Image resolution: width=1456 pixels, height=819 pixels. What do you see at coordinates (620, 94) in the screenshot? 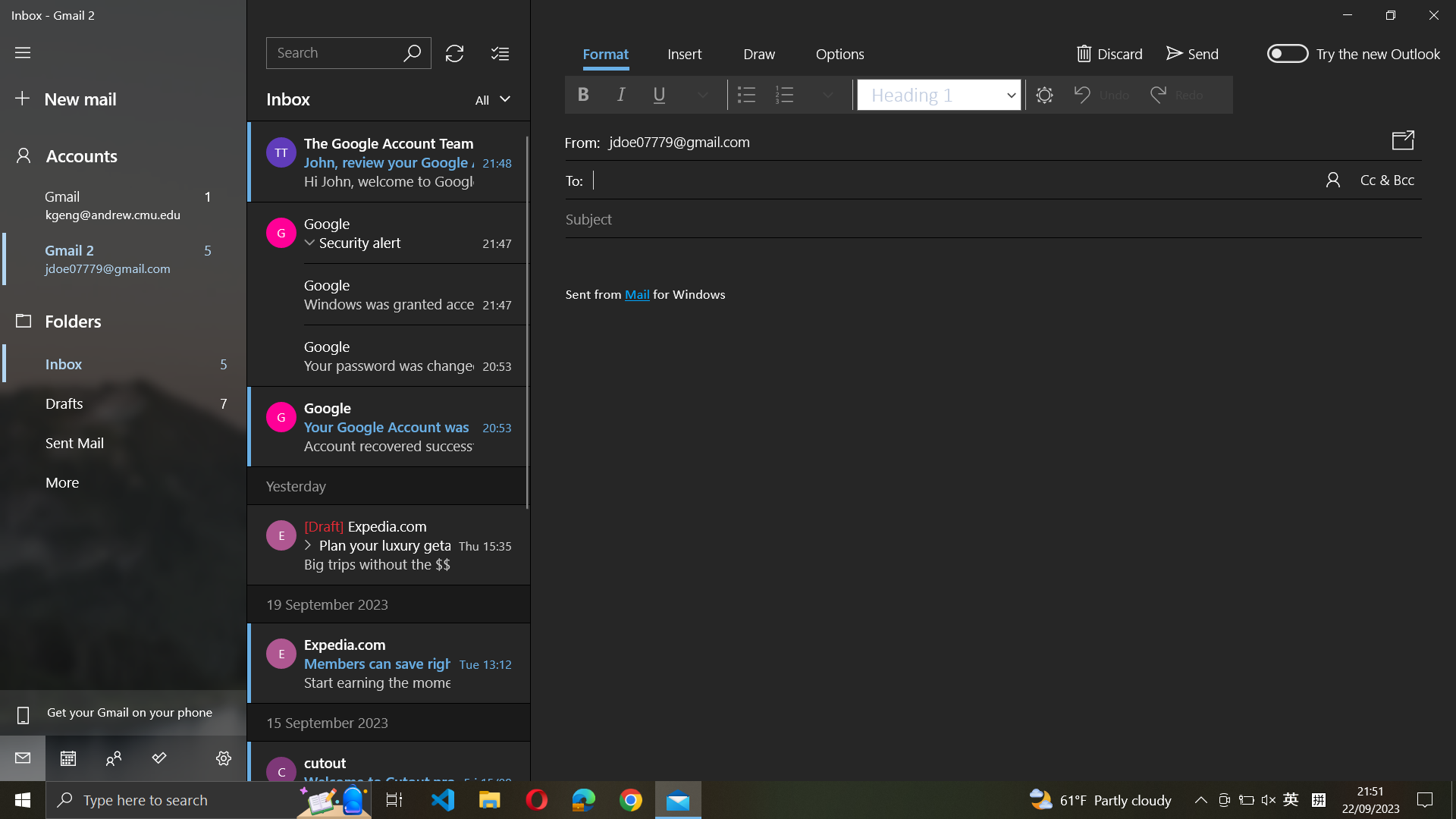
I see `Format text to italic` at bounding box center [620, 94].